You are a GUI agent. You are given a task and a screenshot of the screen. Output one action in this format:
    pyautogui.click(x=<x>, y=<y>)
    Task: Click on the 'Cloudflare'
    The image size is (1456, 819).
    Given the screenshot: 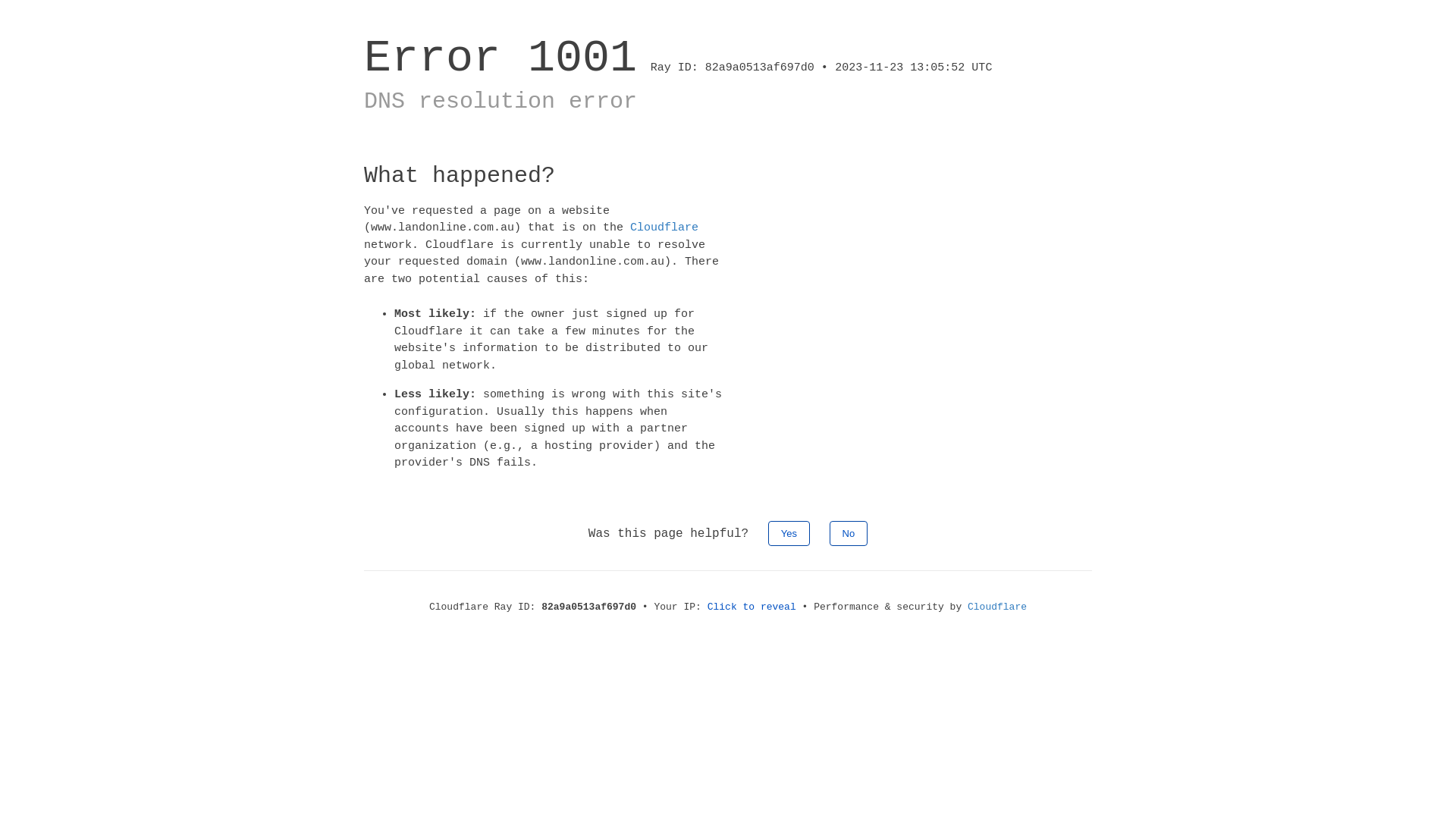 What is the action you would take?
    pyautogui.click(x=629, y=227)
    